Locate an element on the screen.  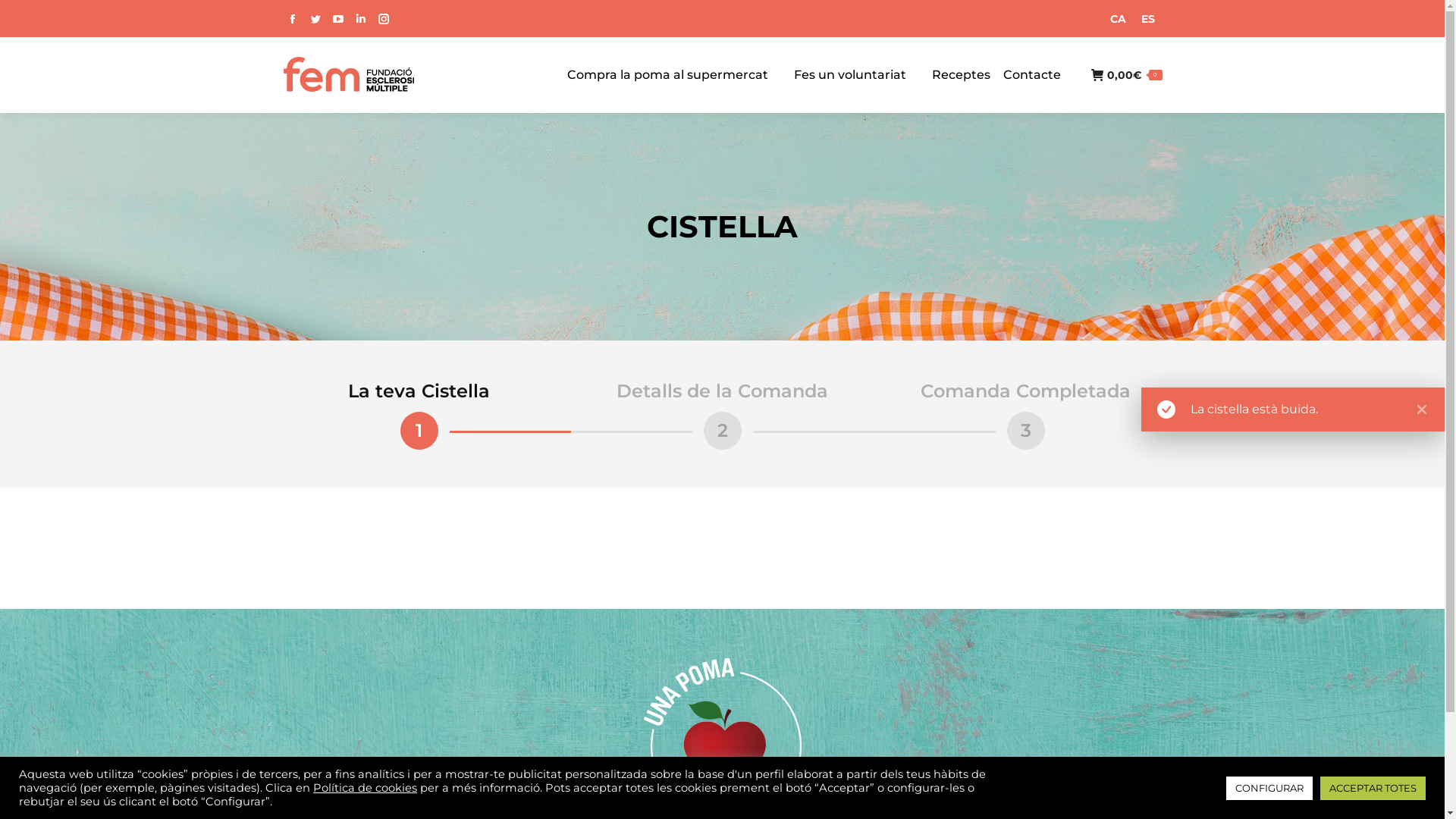
'Facebook page opens in new window' is located at coordinates (282, 18).